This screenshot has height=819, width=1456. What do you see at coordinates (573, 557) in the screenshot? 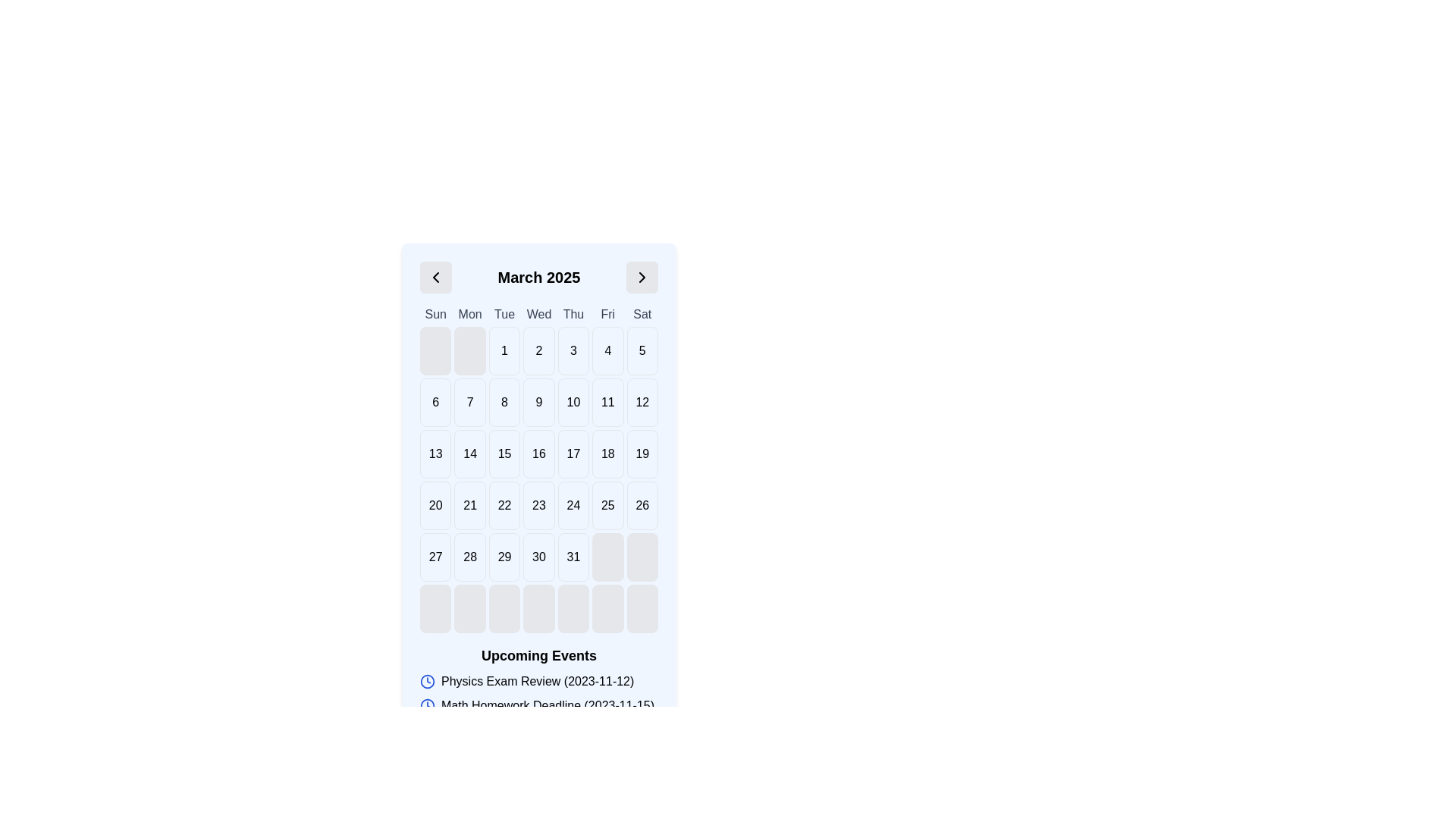
I see `the Date cell for March 31, 2025, located in the last row and fifth column of the calendar grid for accessibility navigation` at bounding box center [573, 557].